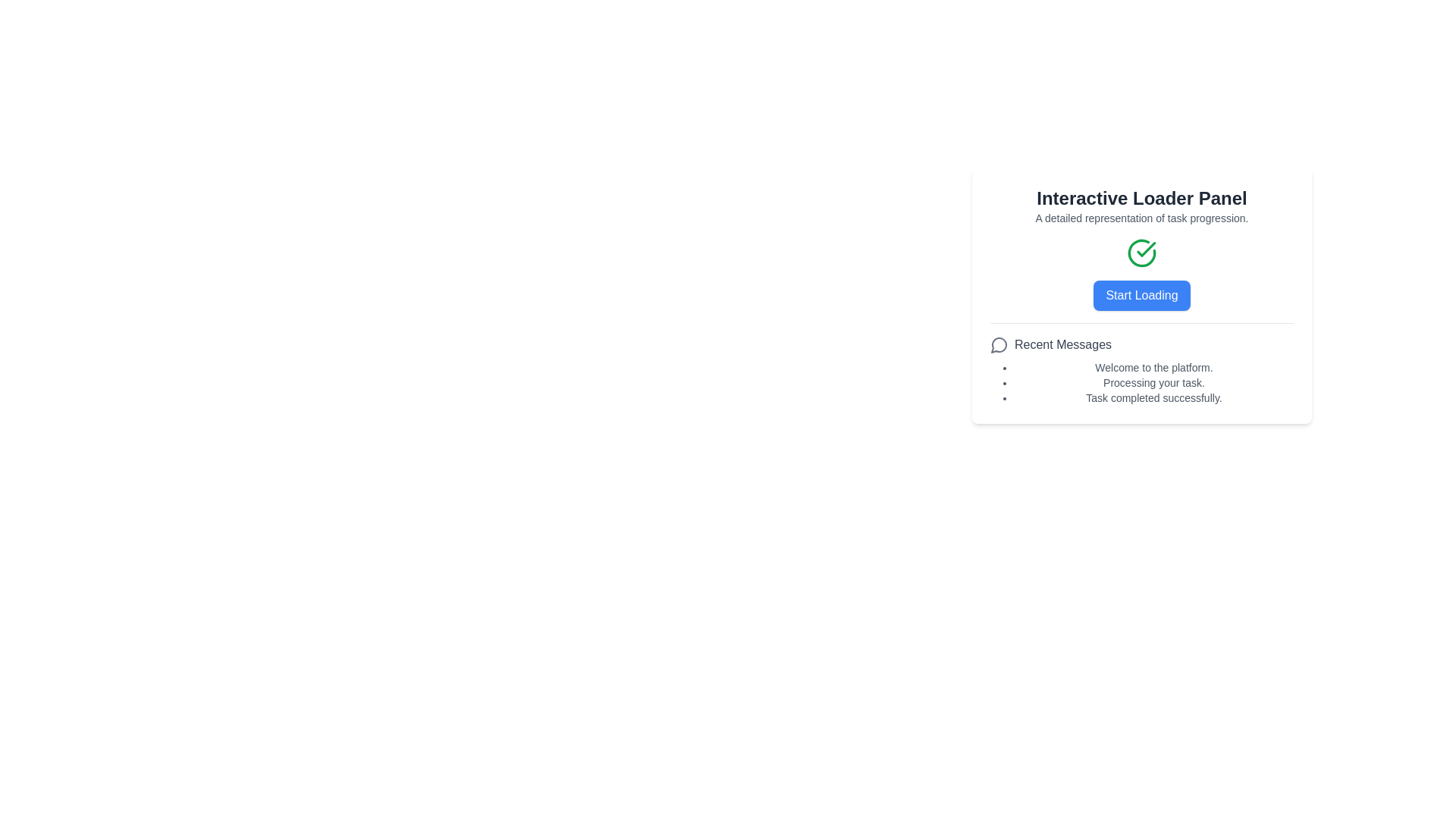 This screenshot has width=1456, height=819. What do you see at coordinates (1153, 382) in the screenshot?
I see `the text 'Processing your task.' which is the second item in the bulleted list under 'Recent Messages' in the right-side panel` at bounding box center [1153, 382].